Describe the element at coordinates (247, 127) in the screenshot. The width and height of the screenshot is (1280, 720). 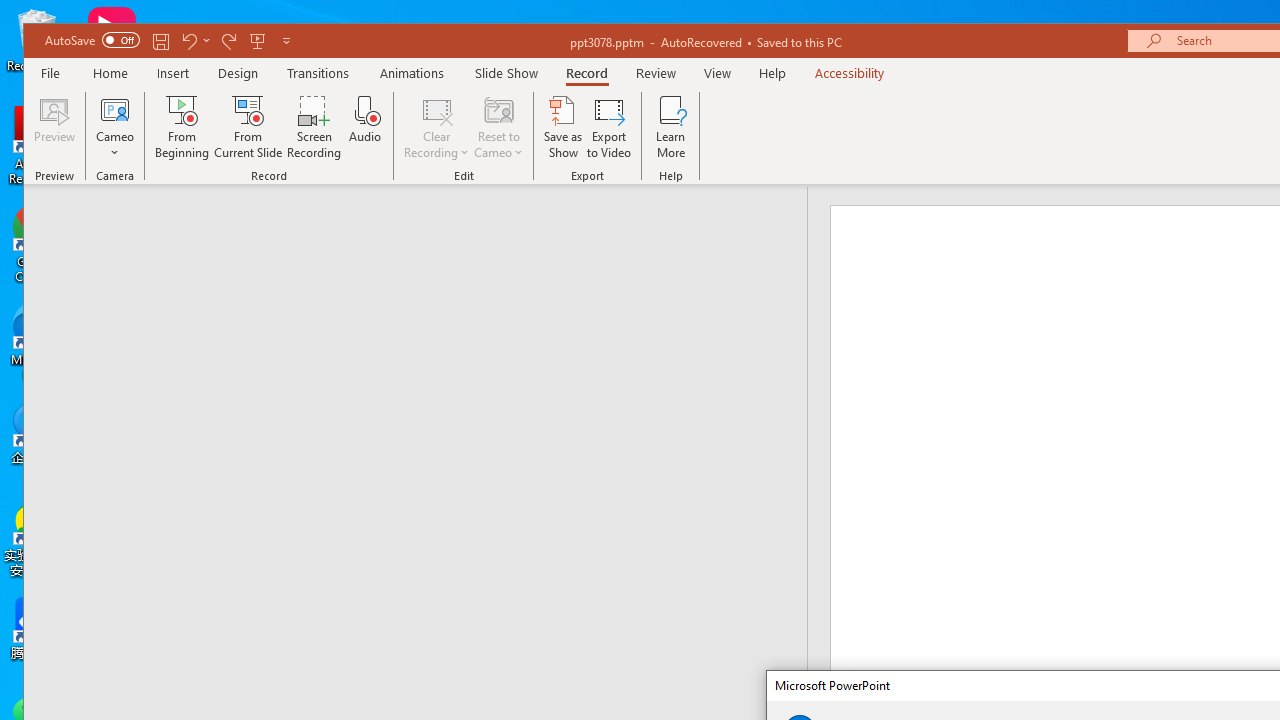
I see `'From Current Slide...'` at that location.